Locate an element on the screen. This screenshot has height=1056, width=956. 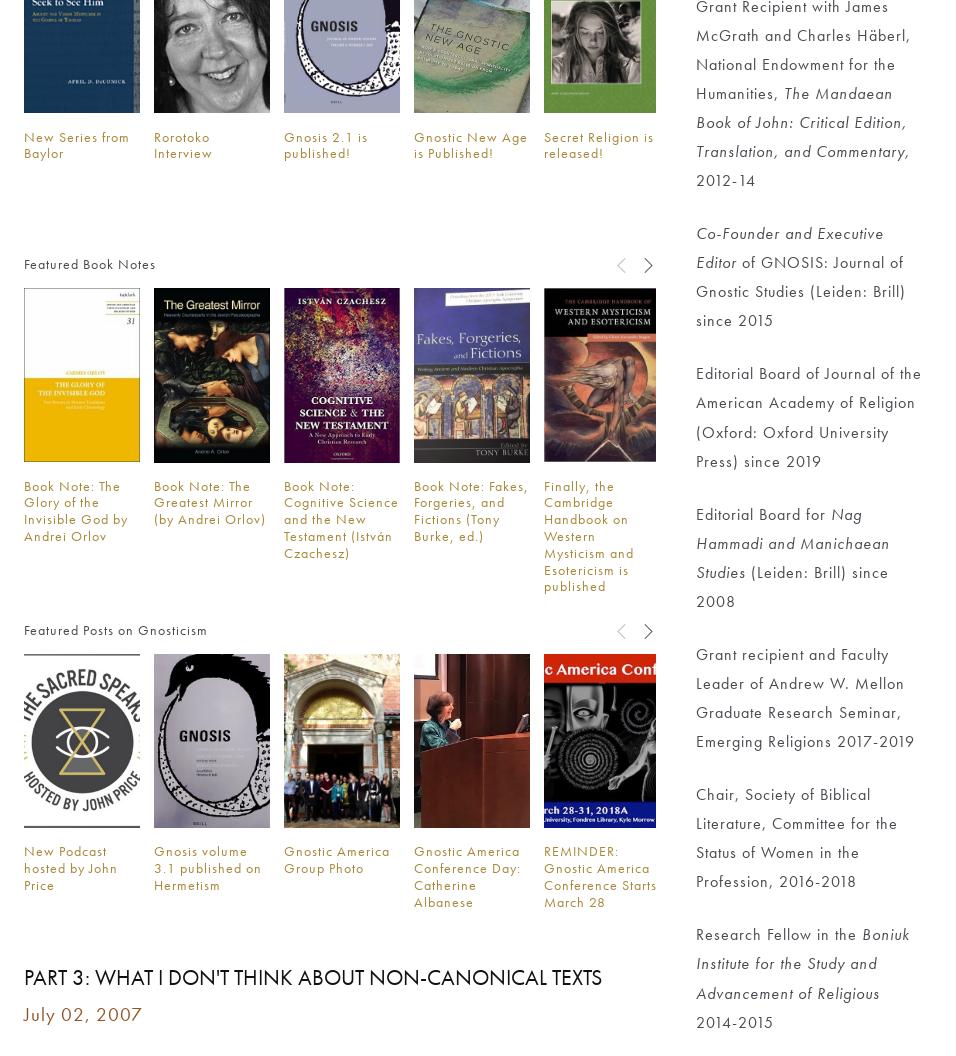
'Book Note: The Glory of the Invisible God by Andrei Orlov' is located at coordinates (75, 509).